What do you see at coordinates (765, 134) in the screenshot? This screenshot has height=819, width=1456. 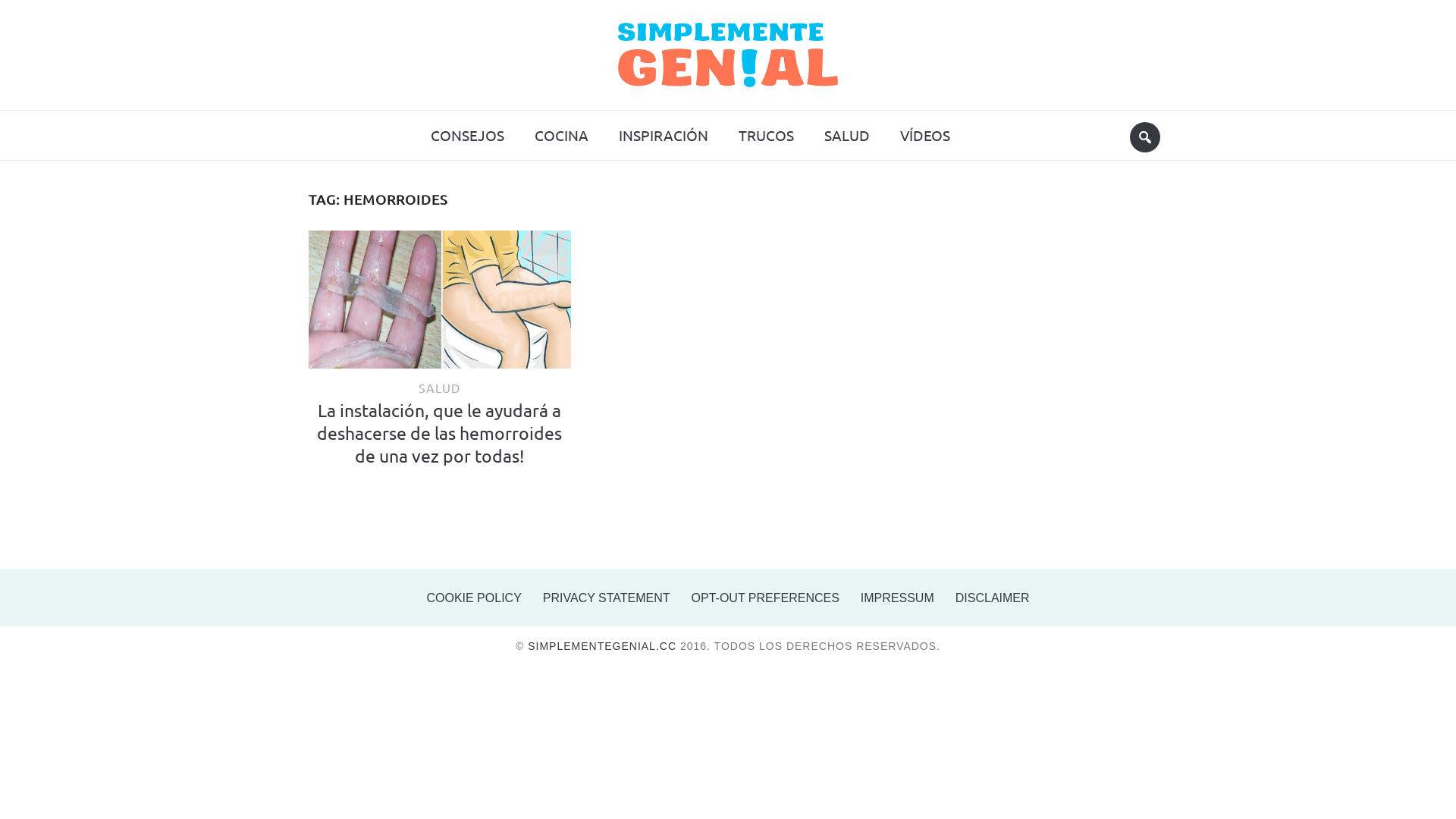 I see `'TRUCOS'` at bounding box center [765, 134].